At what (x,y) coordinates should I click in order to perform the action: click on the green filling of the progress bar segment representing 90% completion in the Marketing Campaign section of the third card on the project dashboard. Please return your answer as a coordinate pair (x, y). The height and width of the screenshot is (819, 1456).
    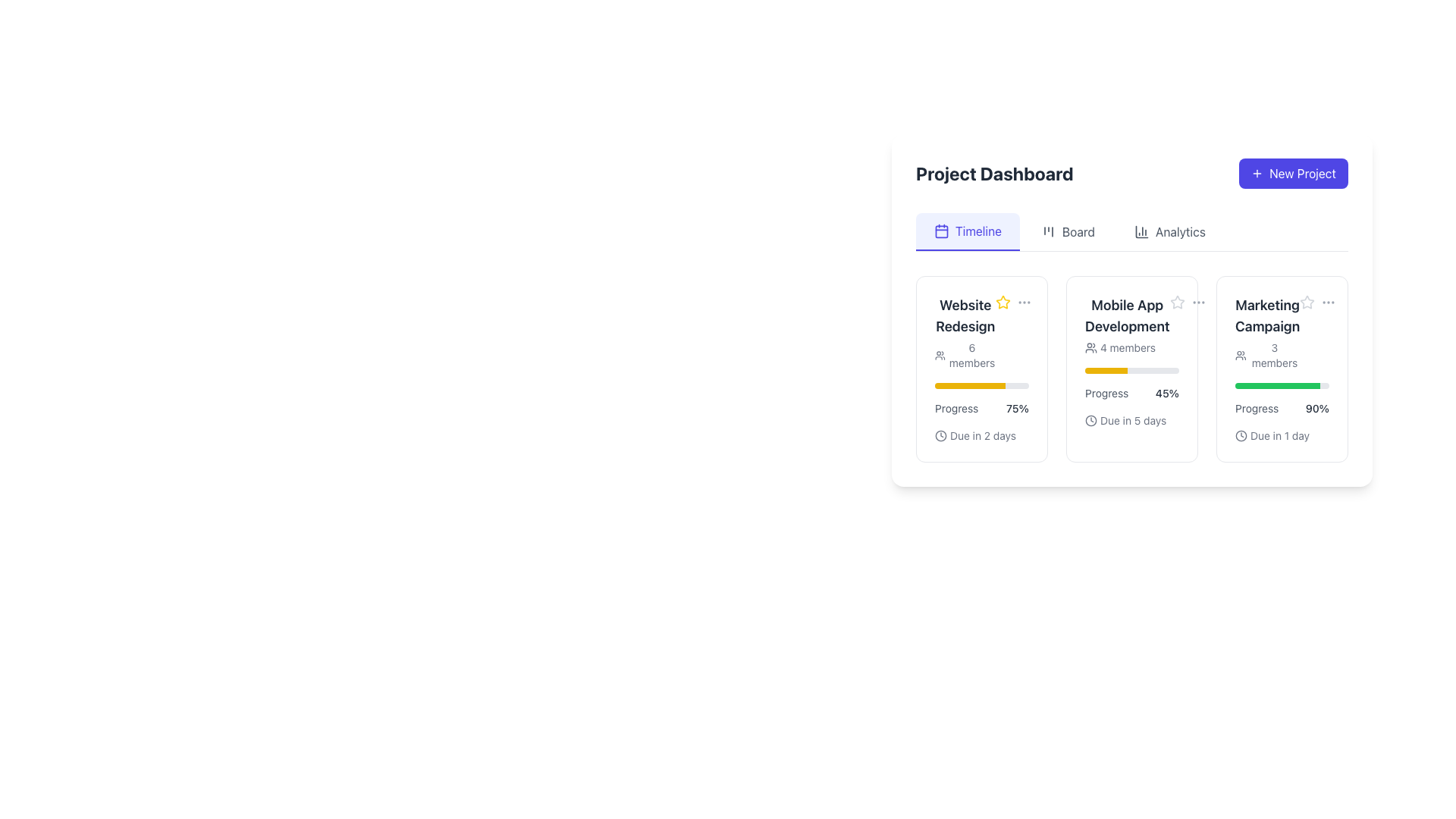
    Looking at the image, I should click on (1276, 385).